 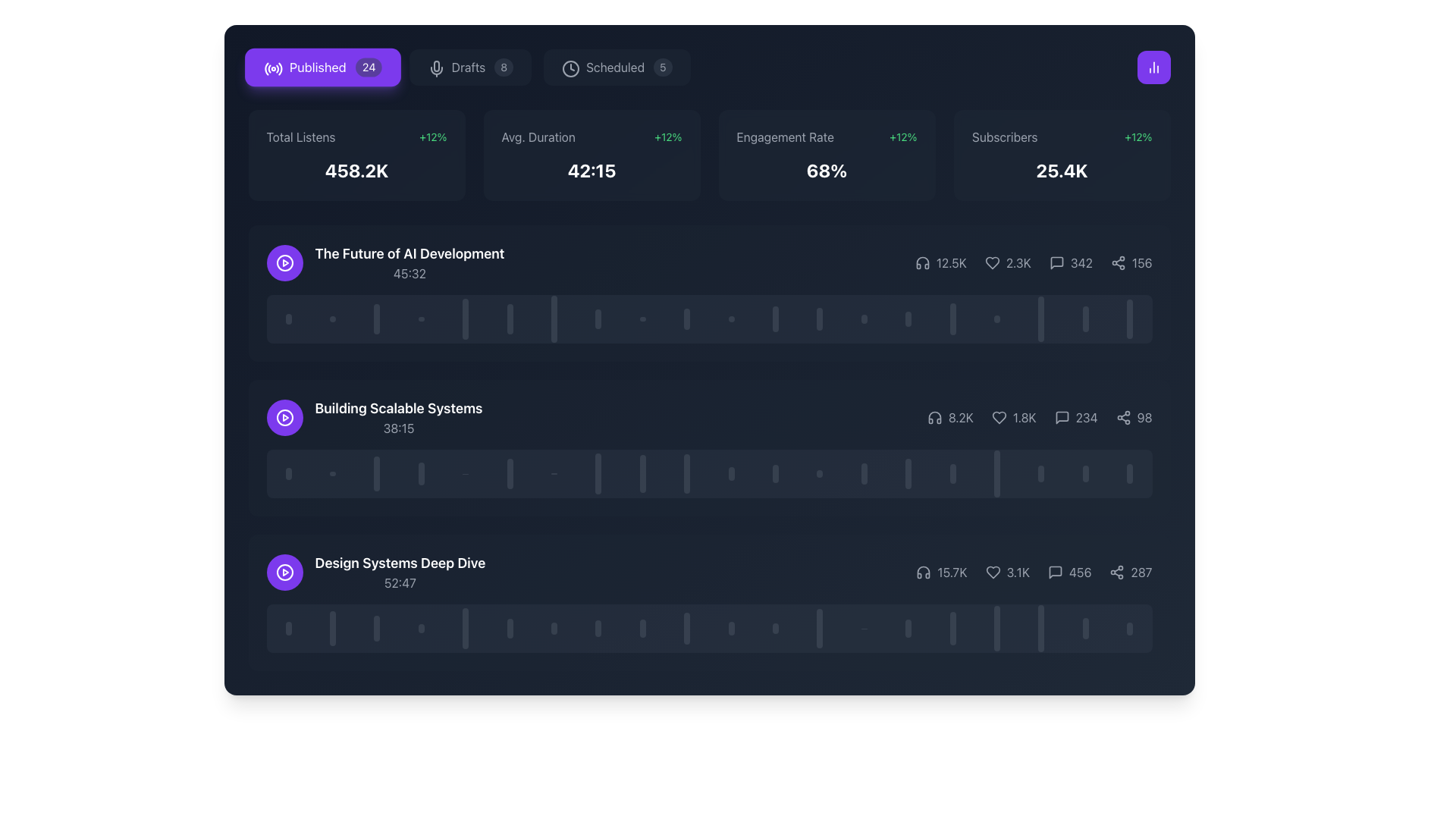 I want to click on the 13th vertically-oriented gray progress bar segment with rounded ends, which is taller than the surrounding bars in the third section of the interface, so click(x=819, y=629).